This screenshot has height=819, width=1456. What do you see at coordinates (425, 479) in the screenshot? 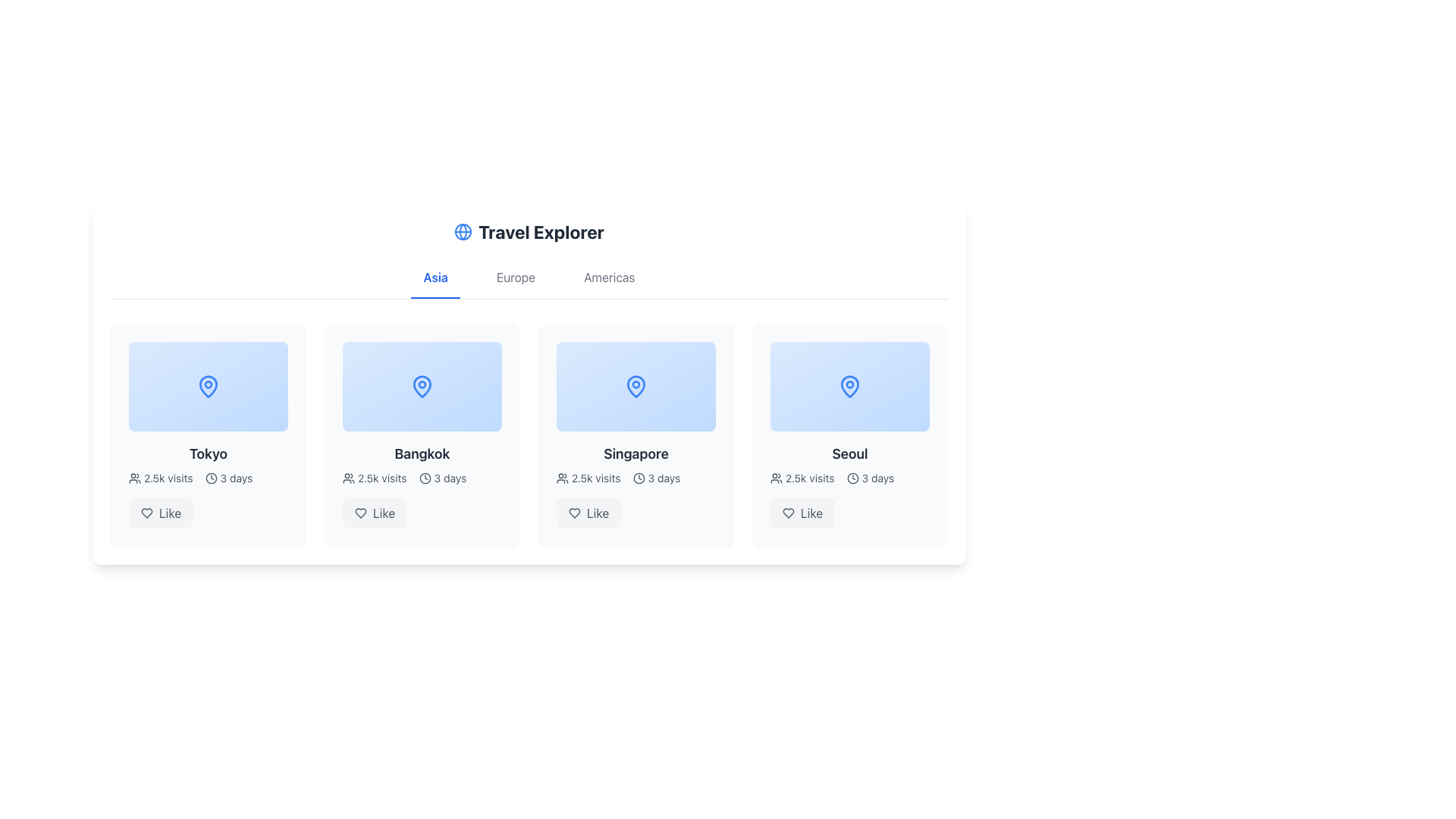
I see `the circular component of the clock icon that is located near the 'Bangkok' label, specifically adjacent to the '3 days' text at the bottom of the card` at bounding box center [425, 479].